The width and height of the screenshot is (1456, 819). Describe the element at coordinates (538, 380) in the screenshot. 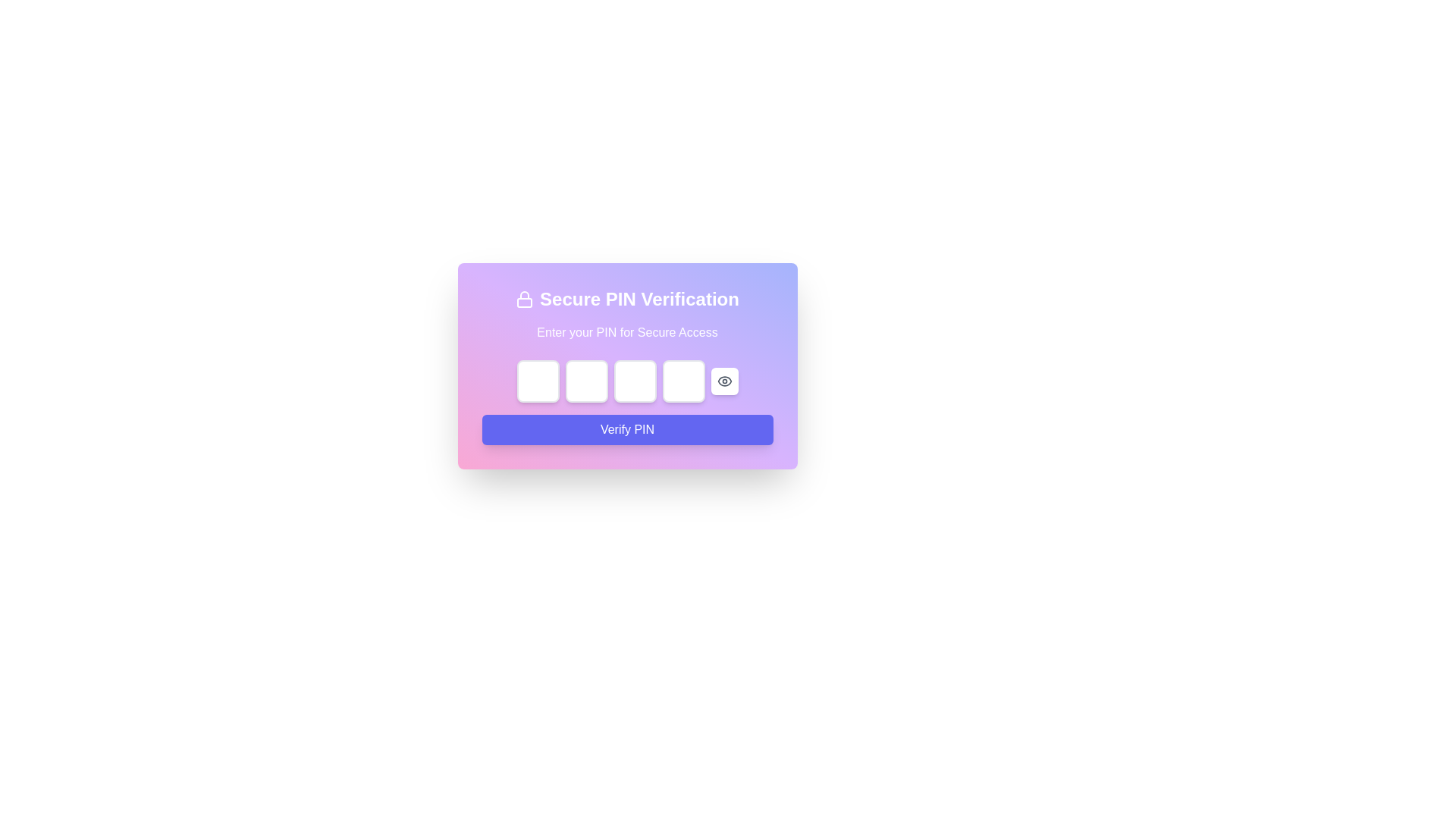

I see `the first Password input field in the PIN verification interface to set focus for typing` at that location.